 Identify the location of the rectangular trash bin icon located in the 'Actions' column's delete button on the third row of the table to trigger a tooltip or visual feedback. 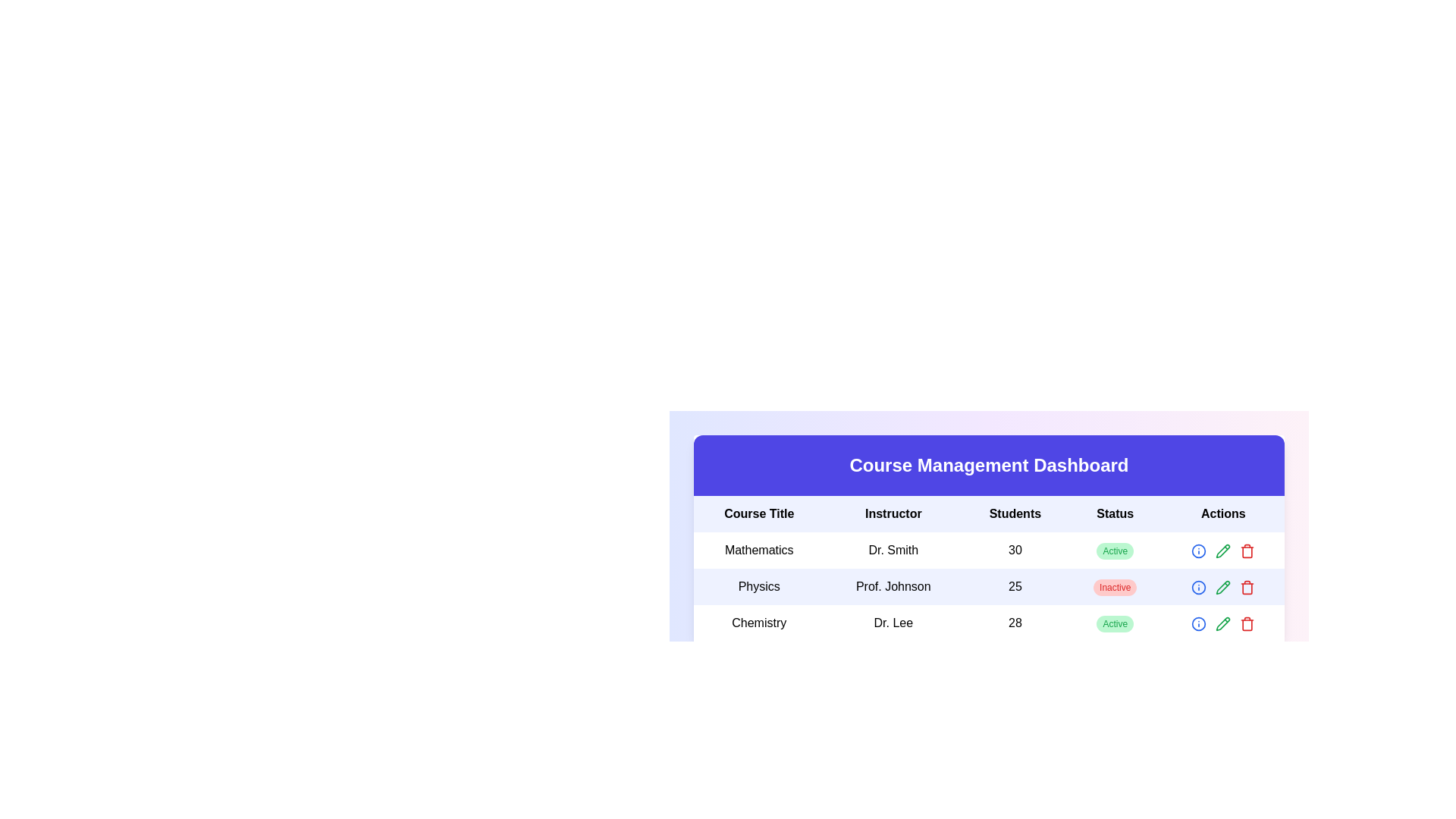
(1247, 552).